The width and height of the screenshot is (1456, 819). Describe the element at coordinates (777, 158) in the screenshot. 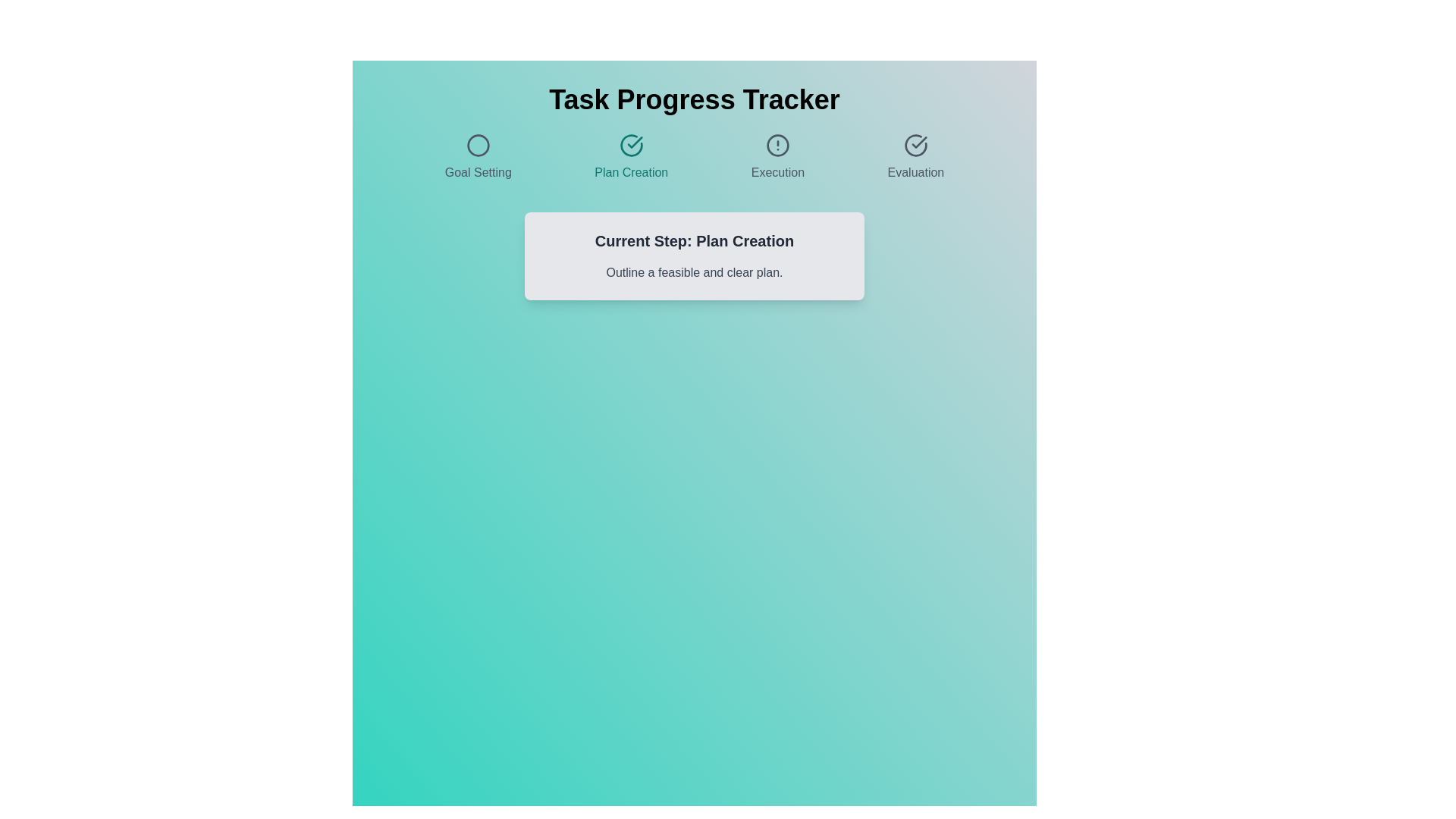

I see `the step title Execution to navigate to the corresponding step` at that location.